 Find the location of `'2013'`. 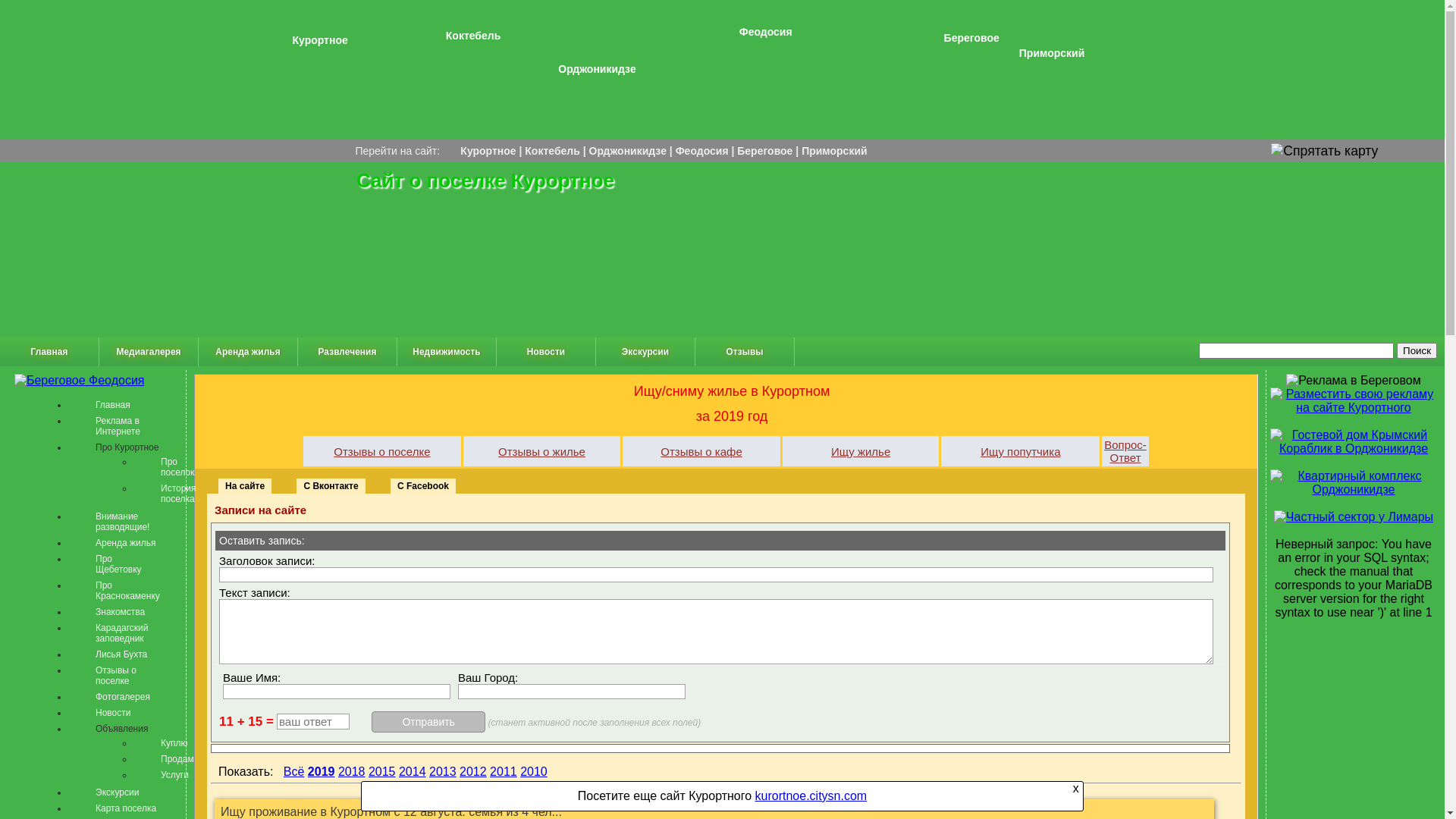

'2013' is located at coordinates (442, 771).